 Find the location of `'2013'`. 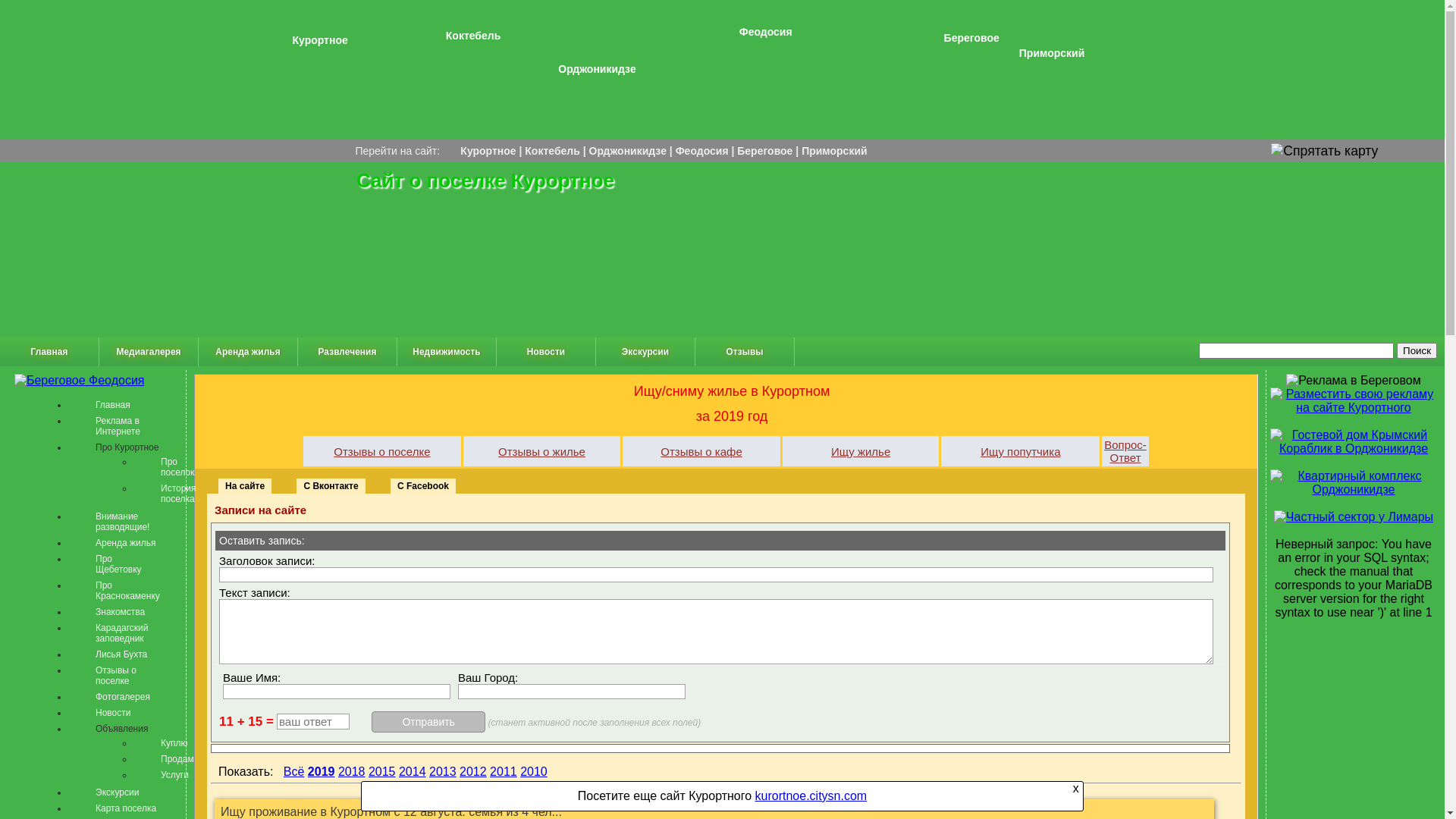

'2013' is located at coordinates (442, 771).